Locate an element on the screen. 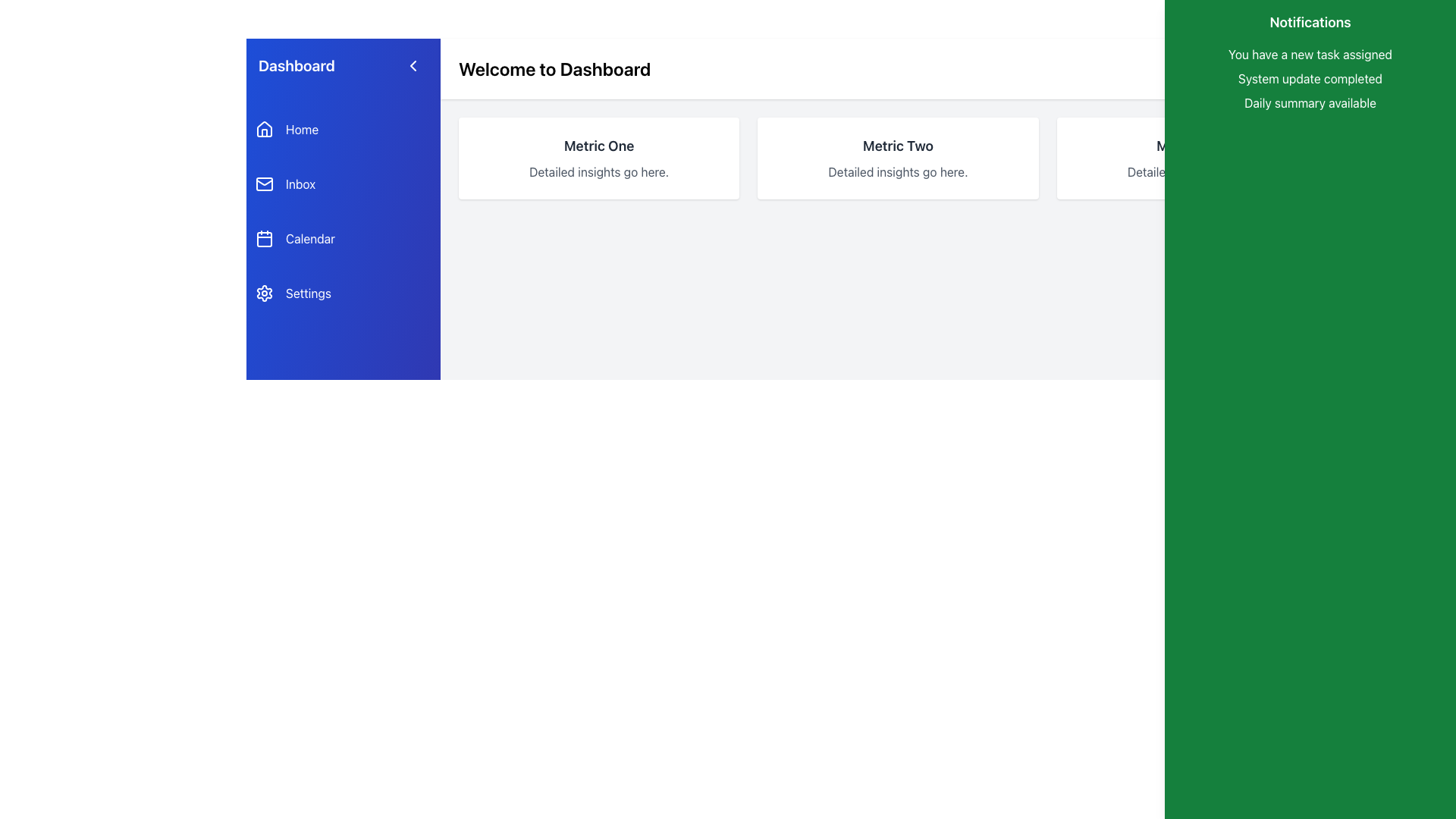 This screenshot has width=1456, height=819. the vertically elongated rectangle that forms the base of the house icon in the navigation menu on the left sidebar is located at coordinates (265, 132).